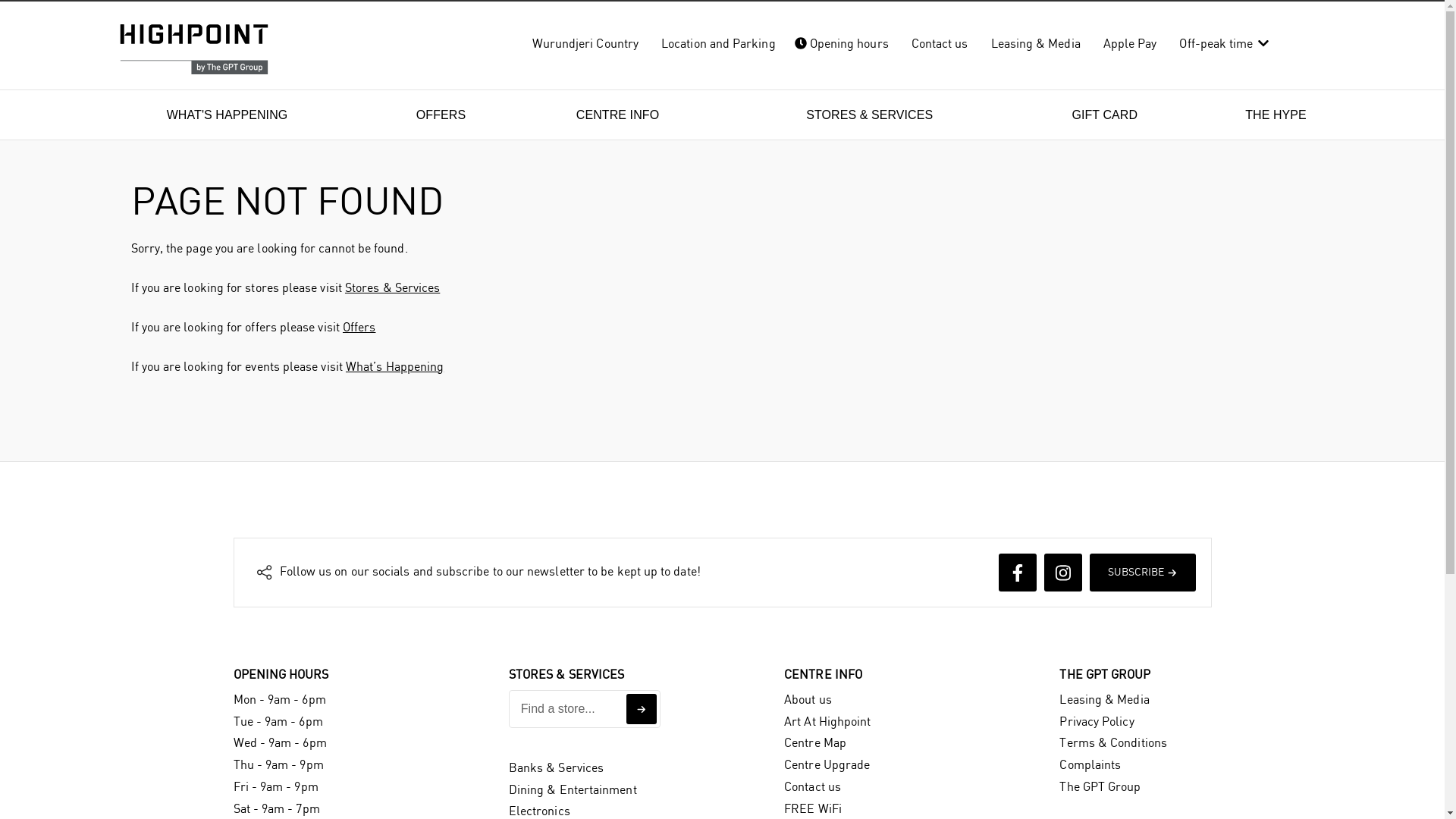 The height and width of the screenshot is (819, 1456). Describe the element at coordinates (1105, 113) in the screenshot. I see `'GIFT CARD'` at that location.